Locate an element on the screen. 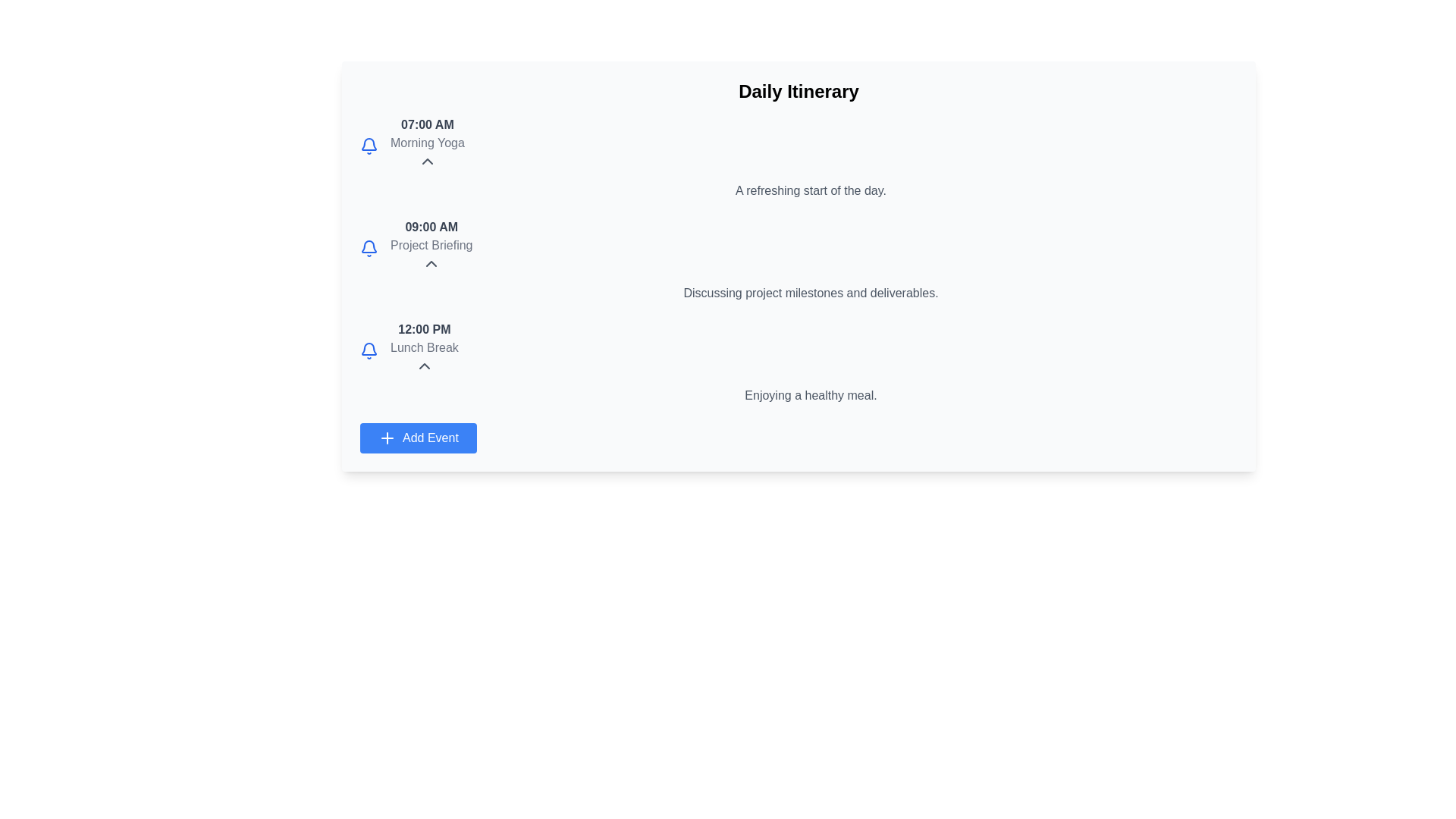 The image size is (1456, 819). the 'Lunch Break' text label, which is displayed in a lighter gray color, positioned below the '12:00 PM' time label in the event entry list is located at coordinates (424, 348).